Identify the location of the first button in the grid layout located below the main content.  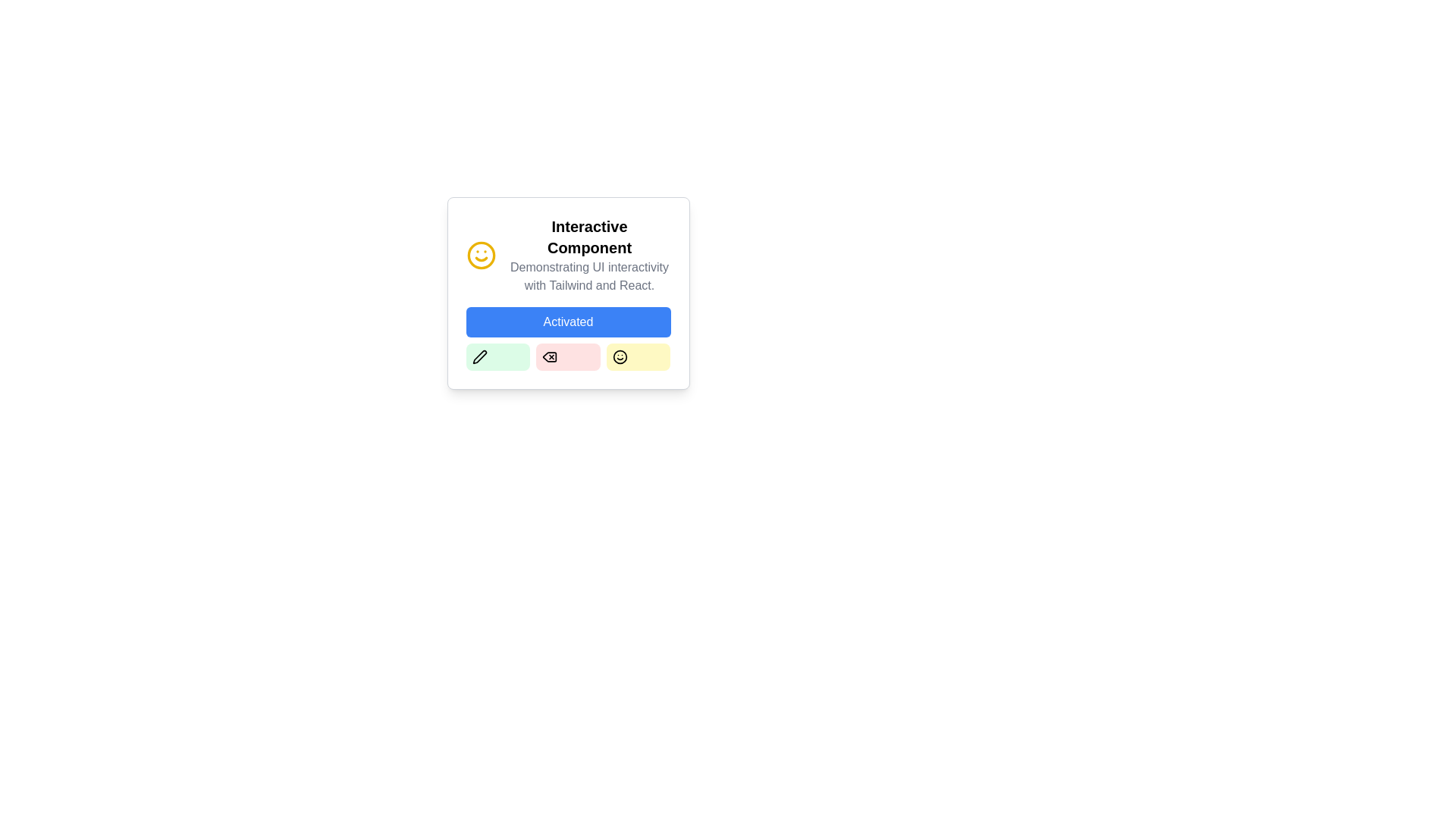
(497, 356).